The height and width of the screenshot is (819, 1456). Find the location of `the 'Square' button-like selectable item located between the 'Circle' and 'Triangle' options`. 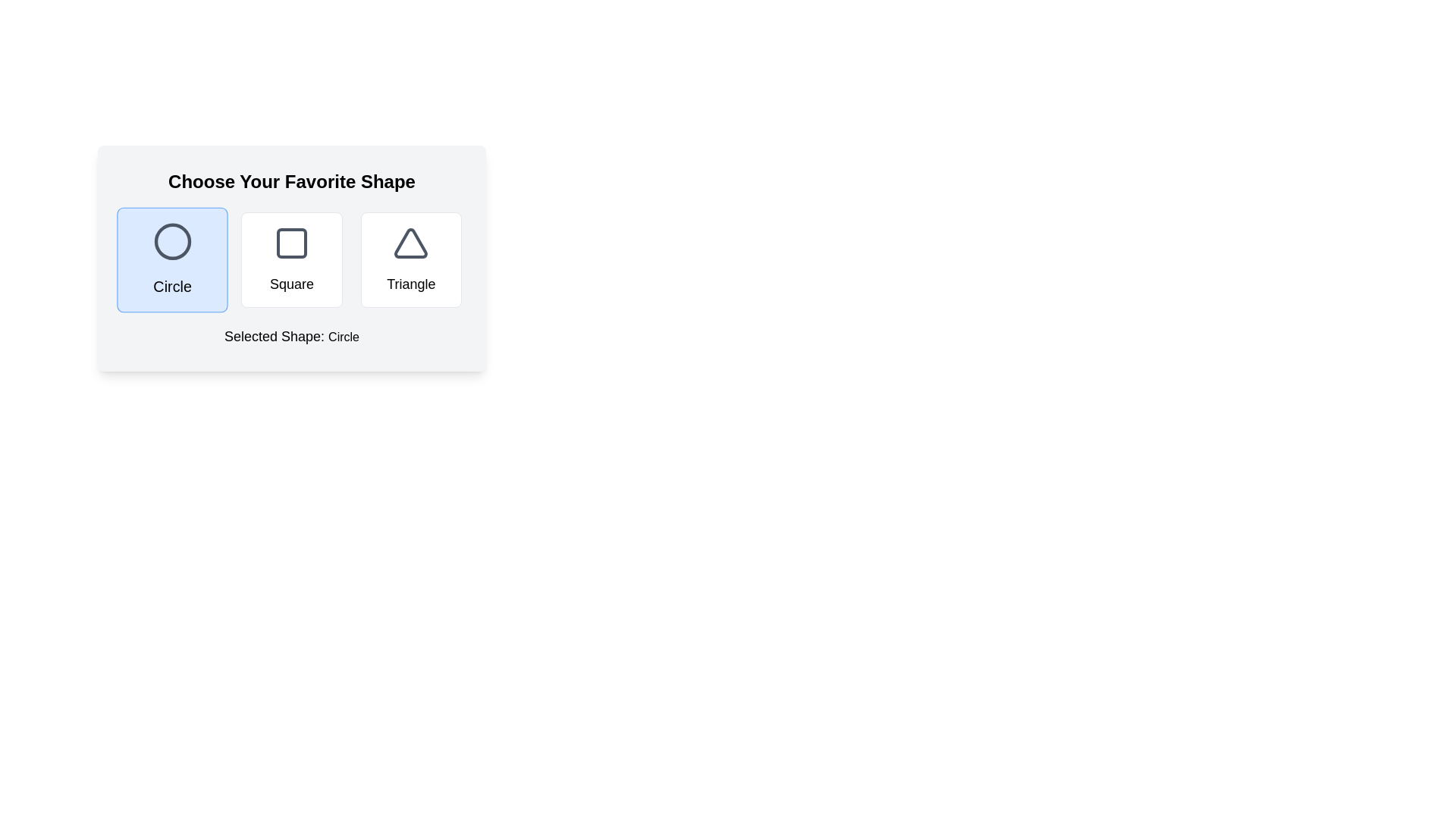

the 'Square' button-like selectable item located between the 'Circle' and 'Triangle' options is located at coordinates (291, 259).